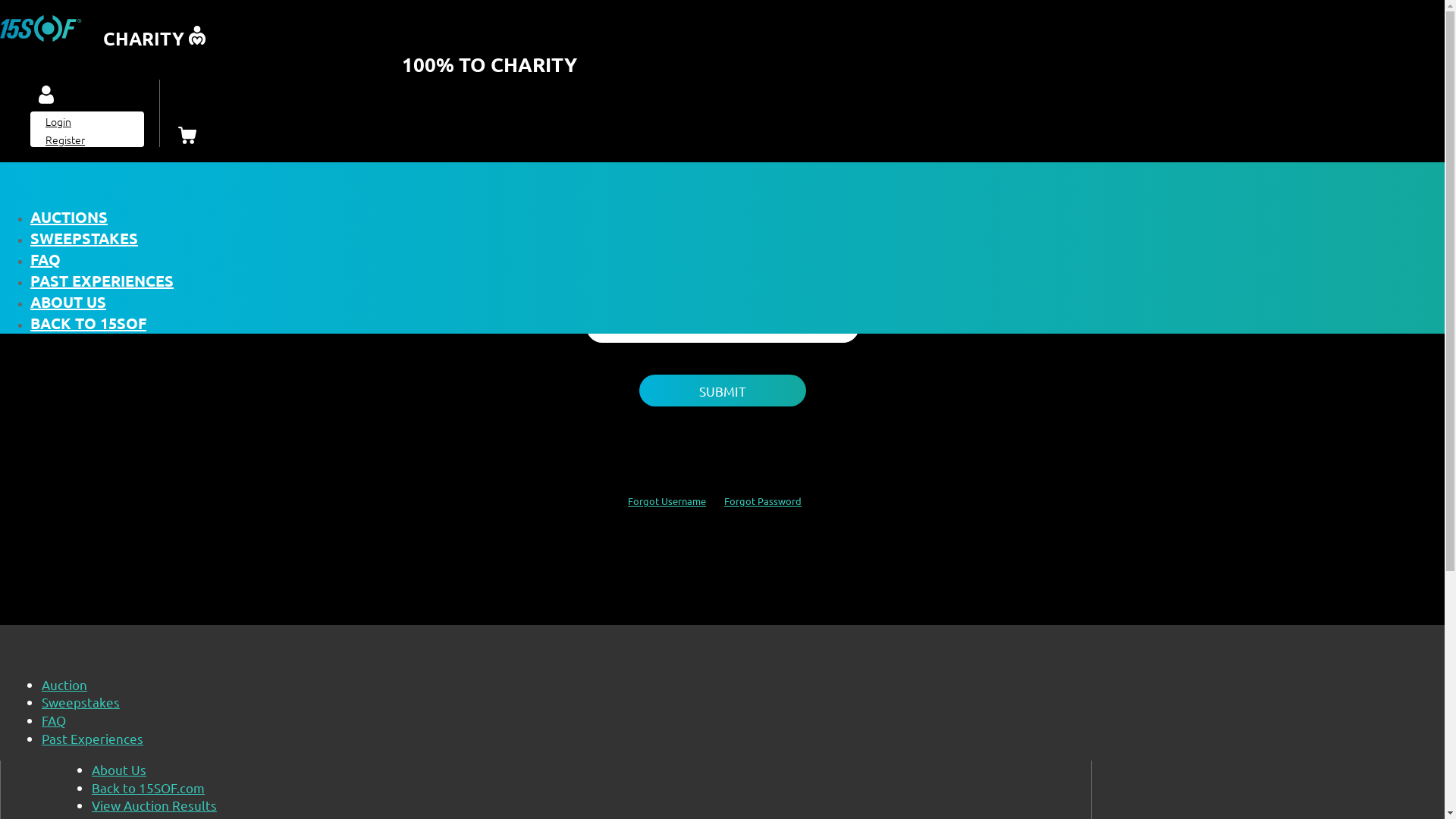  Describe the element at coordinates (67, 301) in the screenshot. I see `'ABOUT US'` at that location.